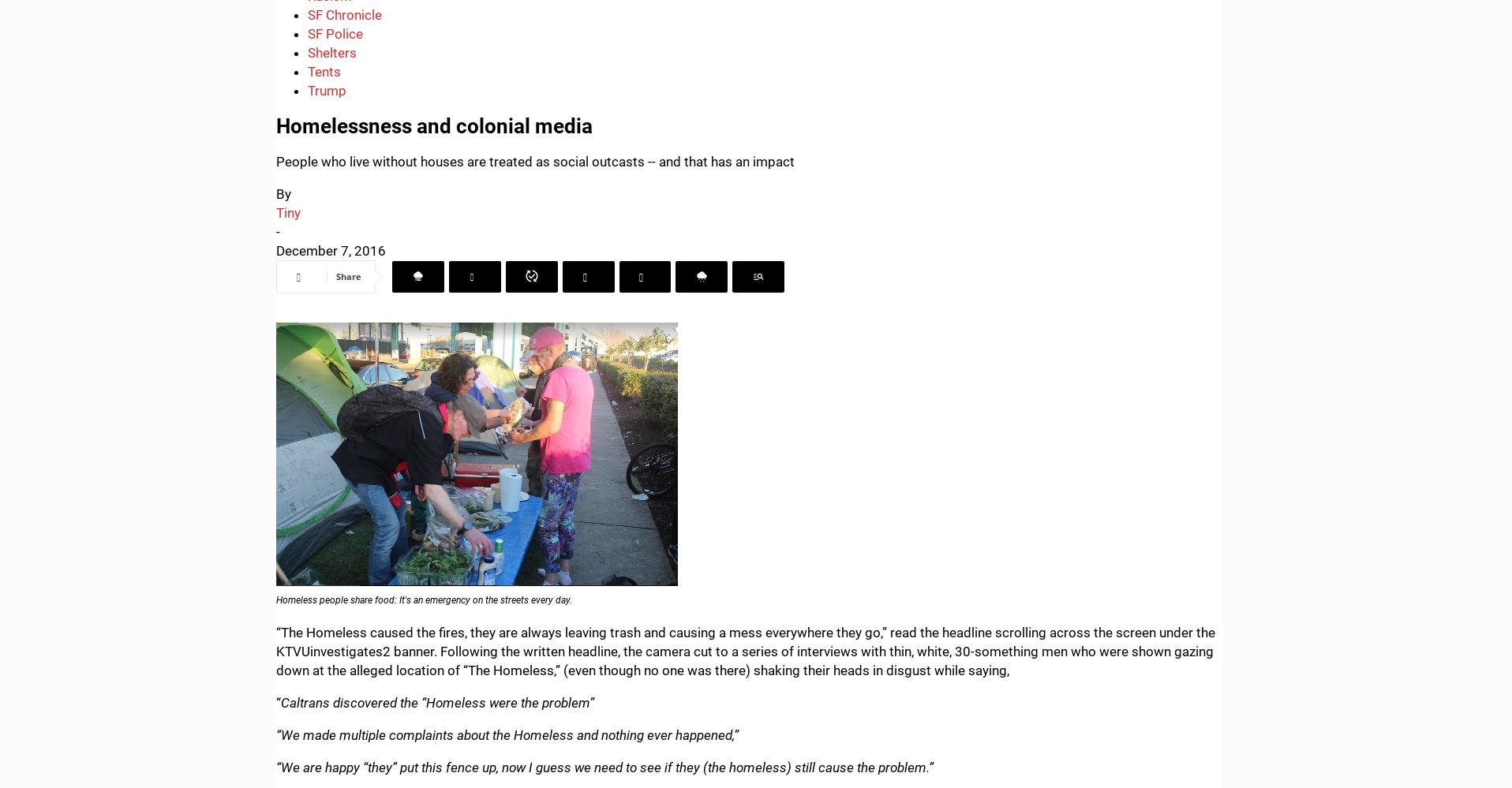  I want to click on 'Homeless people share food: It's an emergency on the streets every day.', so click(423, 599).